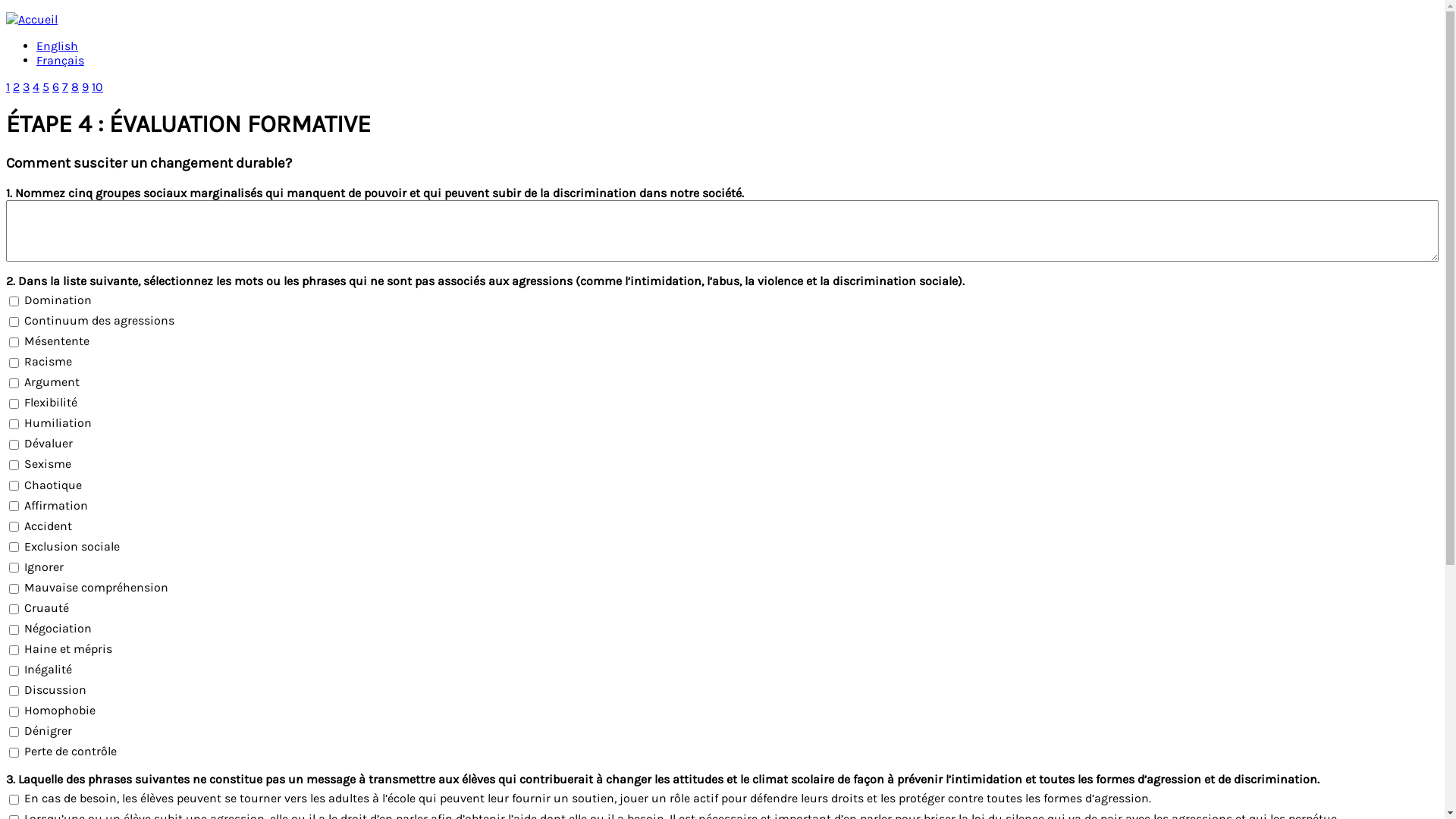 This screenshot has width=1456, height=819. Describe the element at coordinates (84, 86) in the screenshot. I see `'9'` at that location.